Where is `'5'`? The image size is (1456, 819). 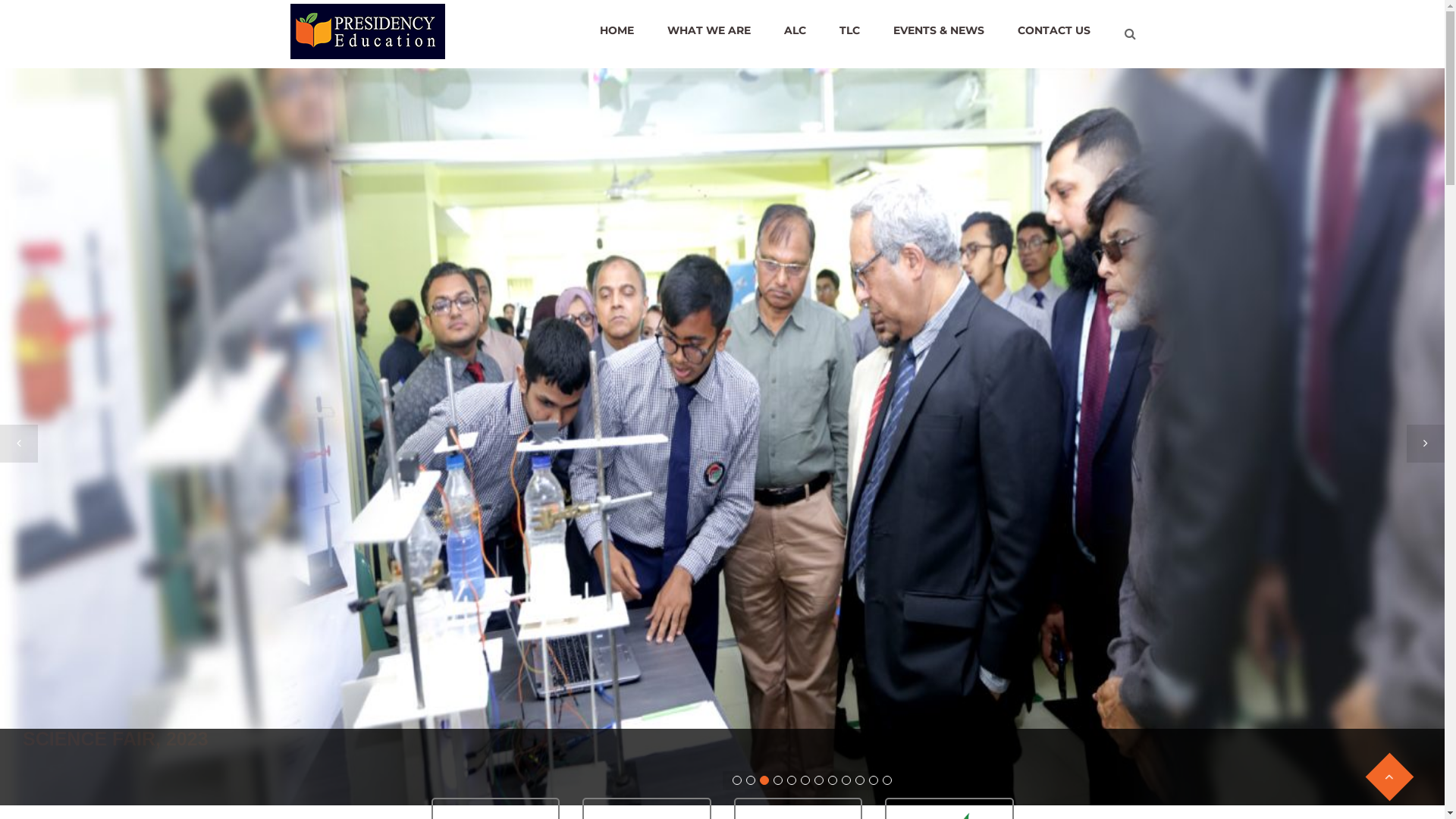 '5' is located at coordinates (786, 780).